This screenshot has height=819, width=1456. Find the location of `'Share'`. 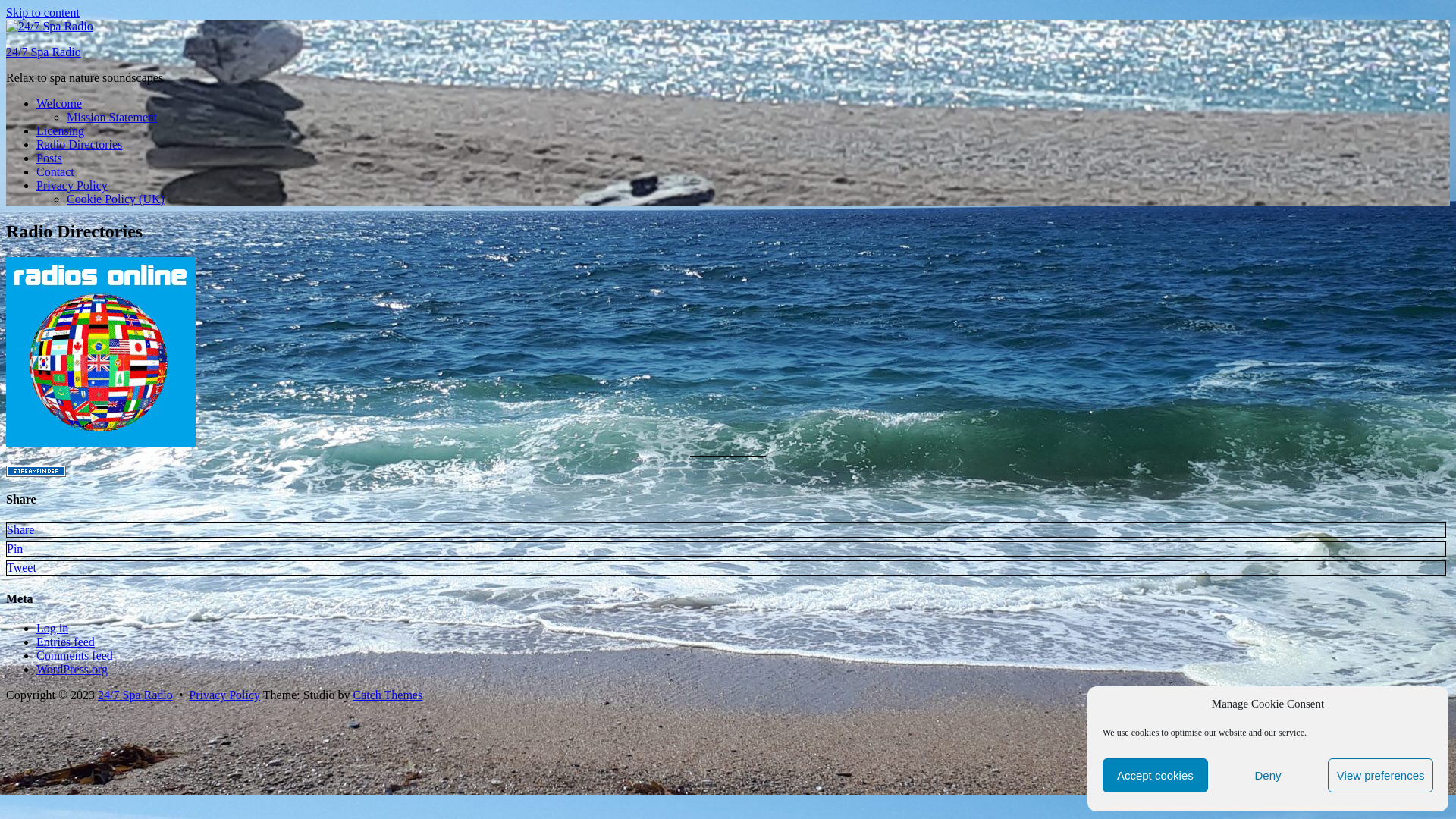

'Share' is located at coordinates (20, 529).